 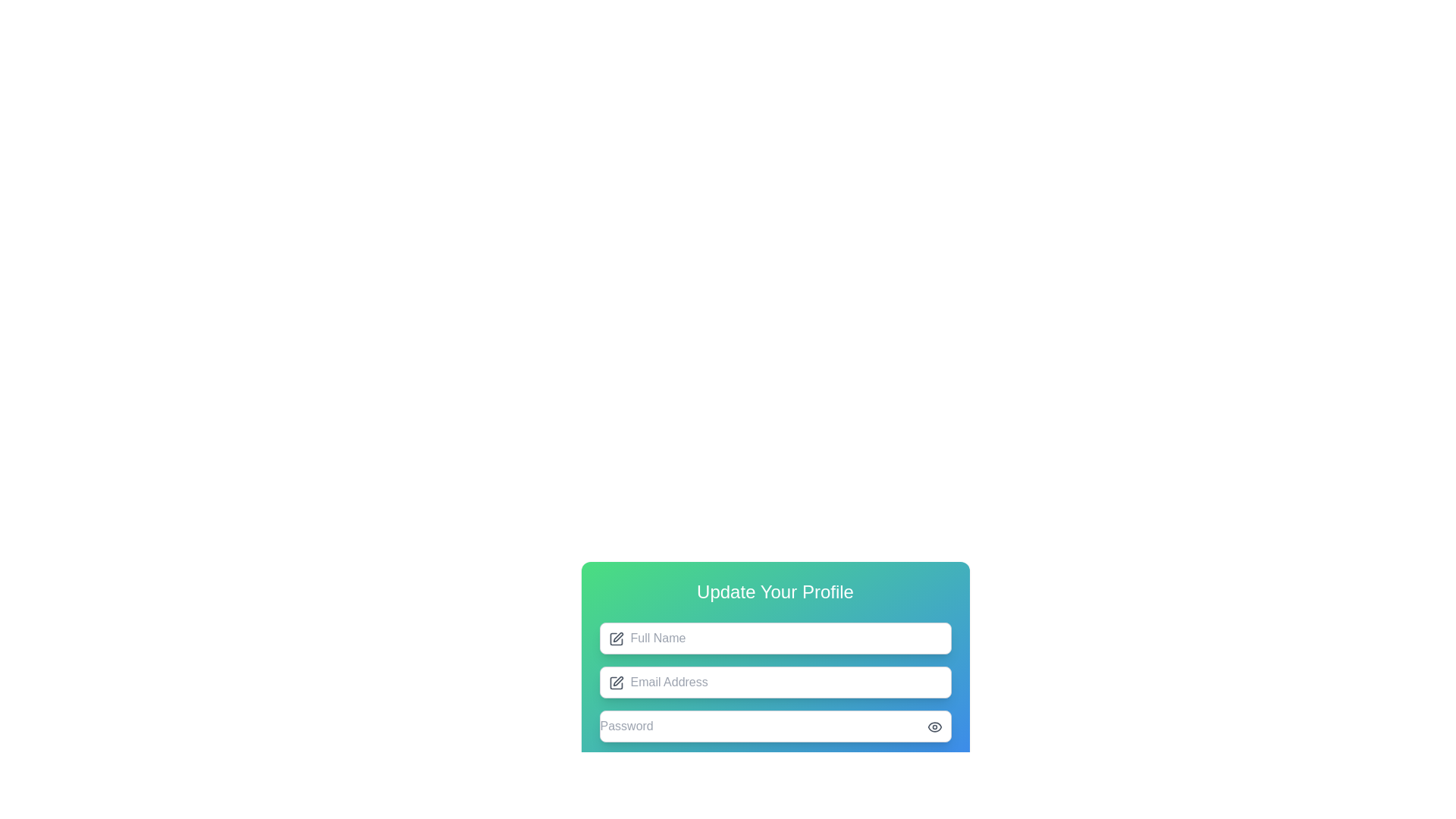 What do you see at coordinates (616, 683) in the screenshot?
I see `the editable icon located in the upper-left corner of the 'Email Address' input field` at bounding box center [616, 683].